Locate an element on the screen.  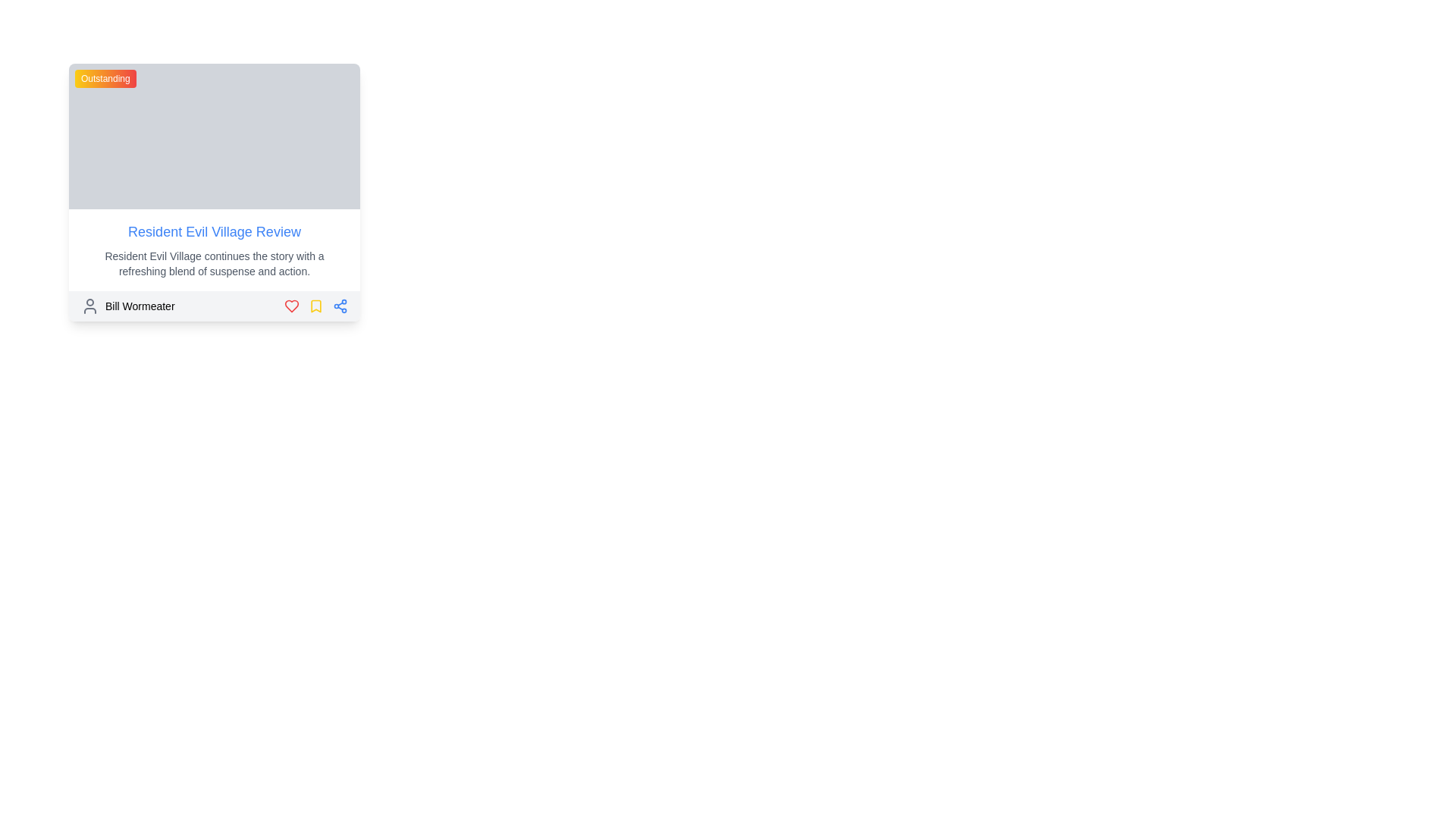
the bookmark icon button located at the bottom right of the card is located at coordinates (315, 306).